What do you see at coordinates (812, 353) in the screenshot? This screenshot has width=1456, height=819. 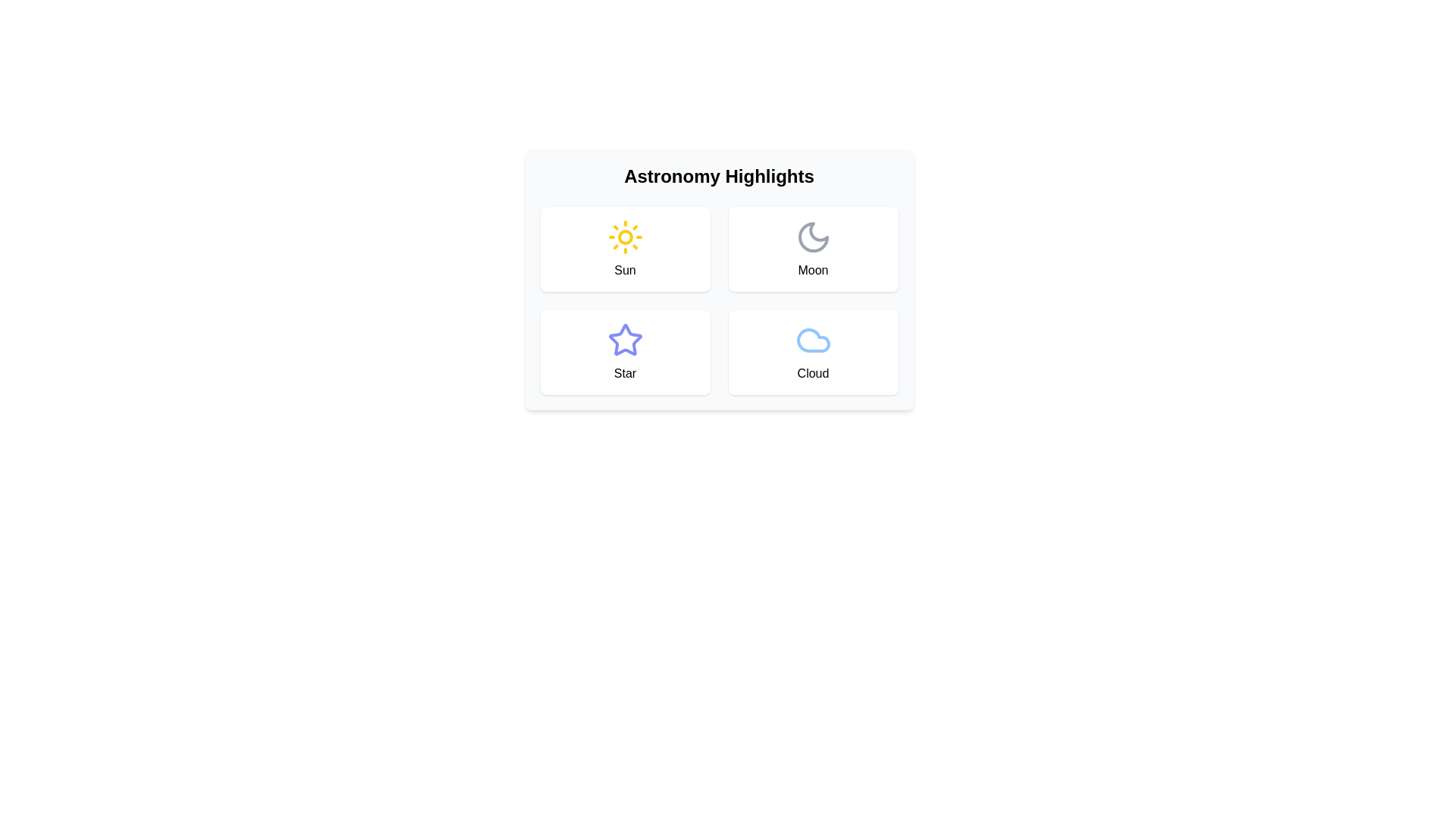 I see `the rectangular card with a cloud-shaped icon and 'Cloud' label, located in the bottom-right corner of the grid layout` at bounding box center [812, 353].